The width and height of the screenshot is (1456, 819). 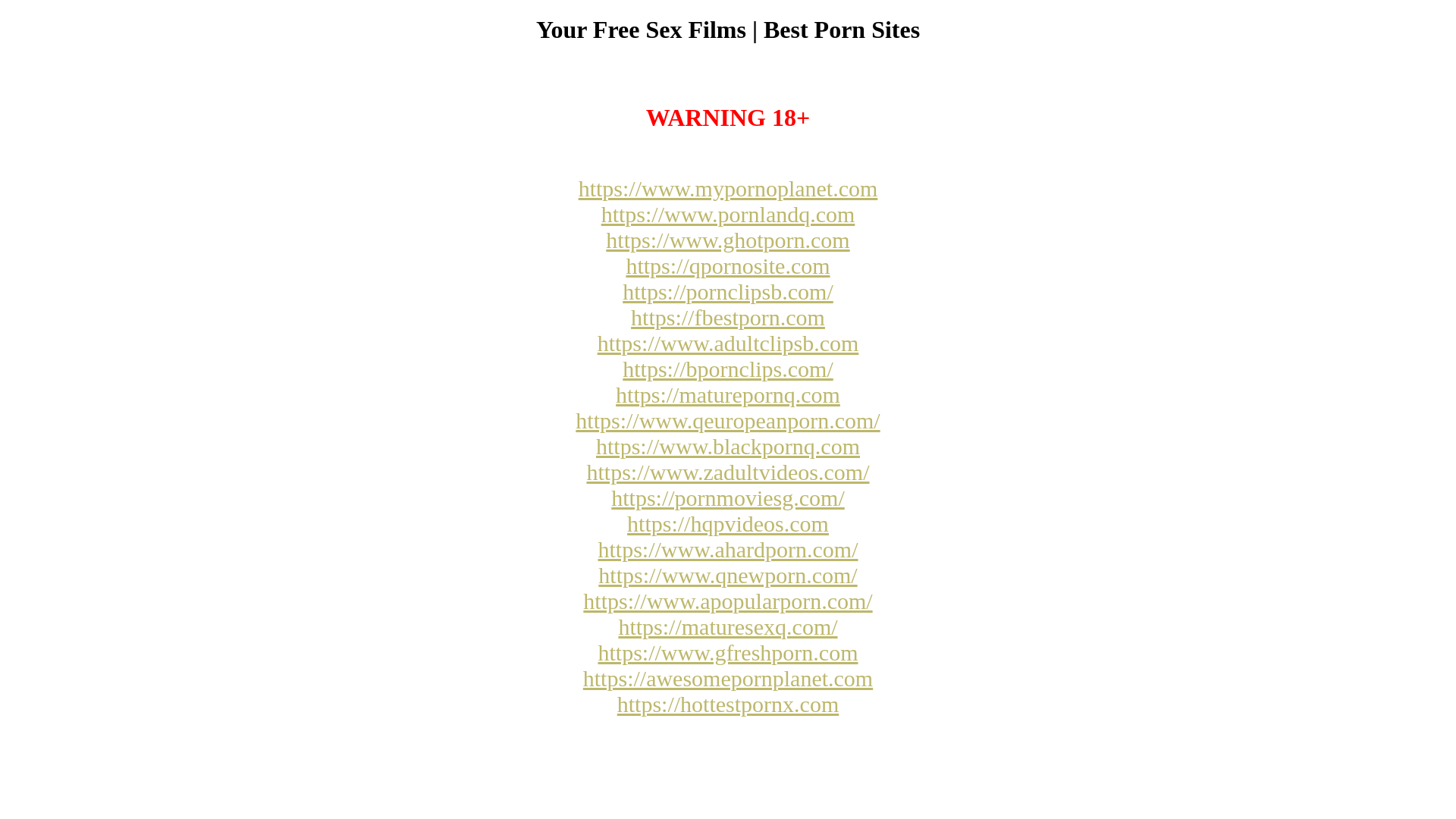 I want to click on 'https://fbestporn.com', so click(x=728, y=316).